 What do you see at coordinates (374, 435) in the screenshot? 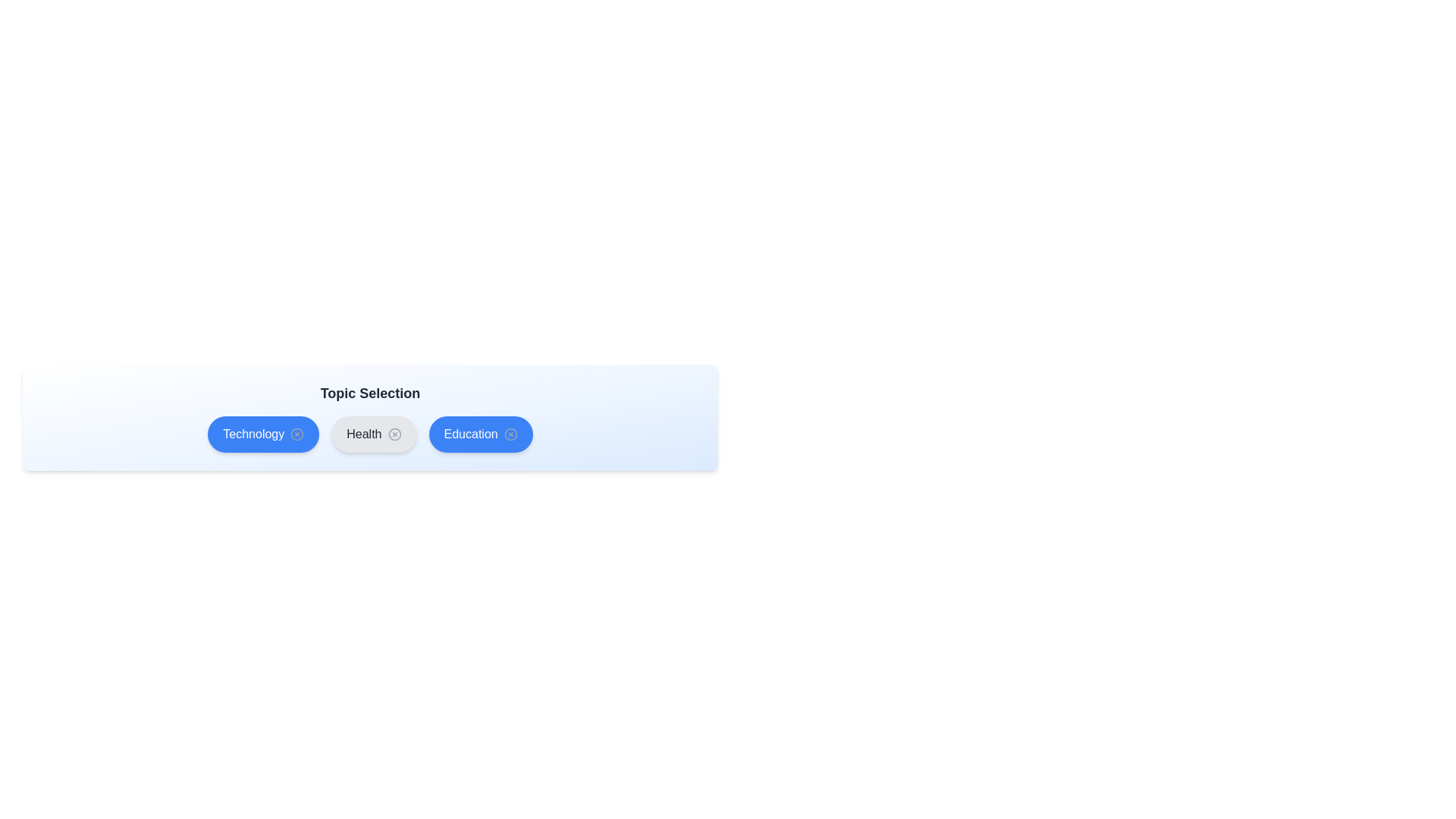
I see `the topic Health by clicking on it` at bounding box center [374, 435].